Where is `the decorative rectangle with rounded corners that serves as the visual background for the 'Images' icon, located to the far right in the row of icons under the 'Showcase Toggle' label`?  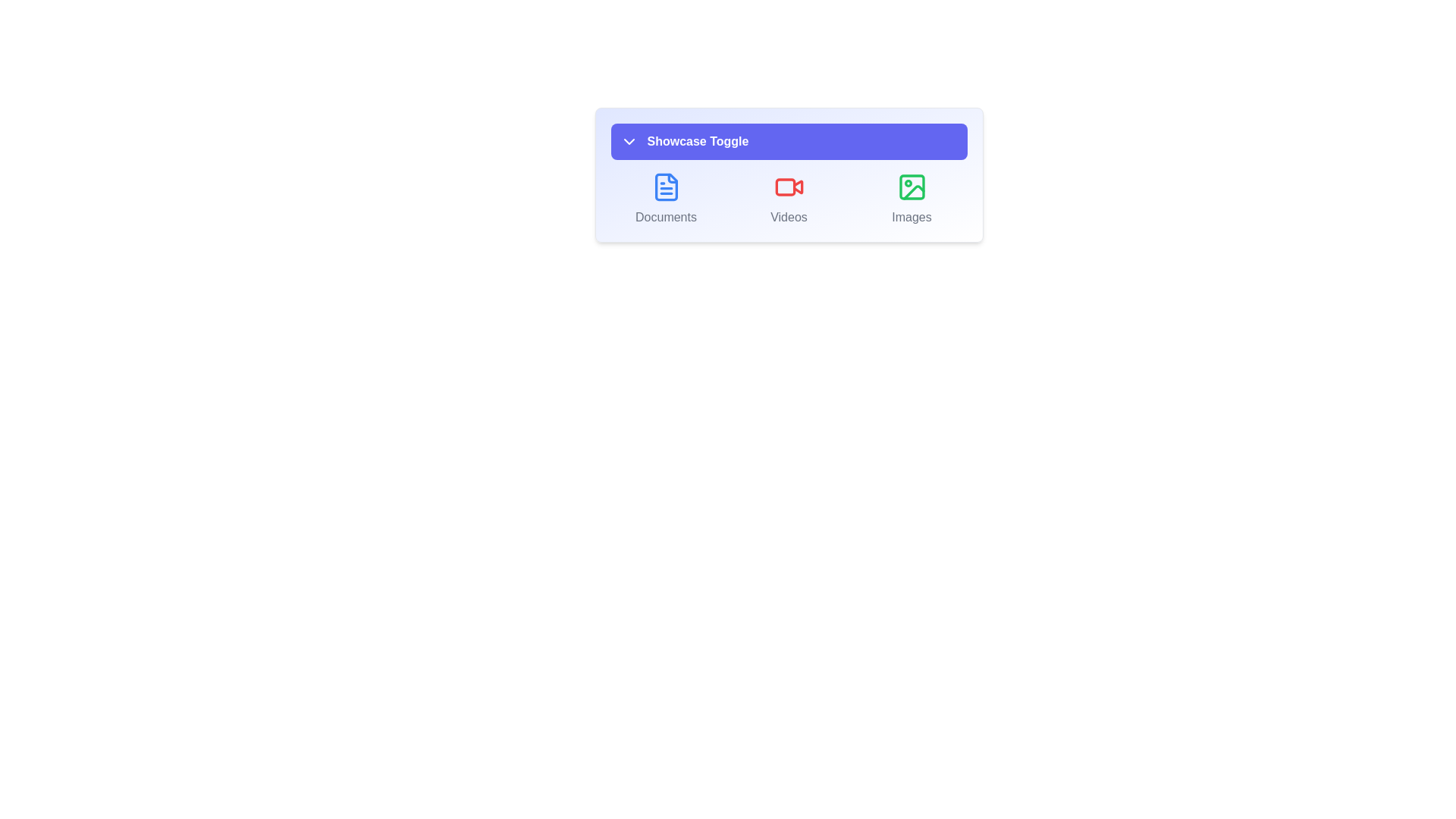
the decorative rectangle with rounded corners that serves as the visual background for the 'Images' icon, located to the far right in the row of icons under the 'Showcase Toggle' label is located at coordinates (911, 186).